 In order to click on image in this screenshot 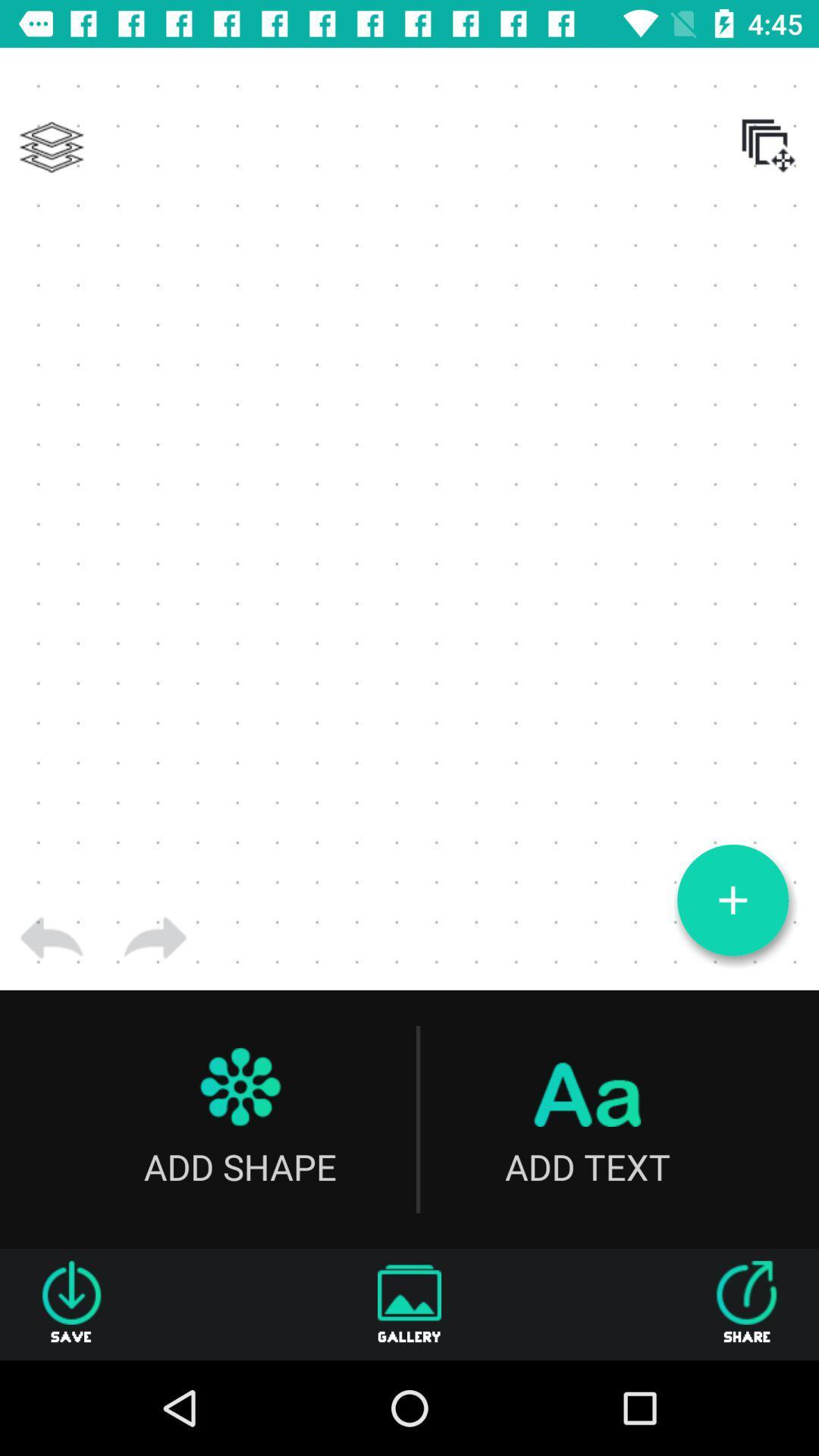, I will do `click(732, 900)`.